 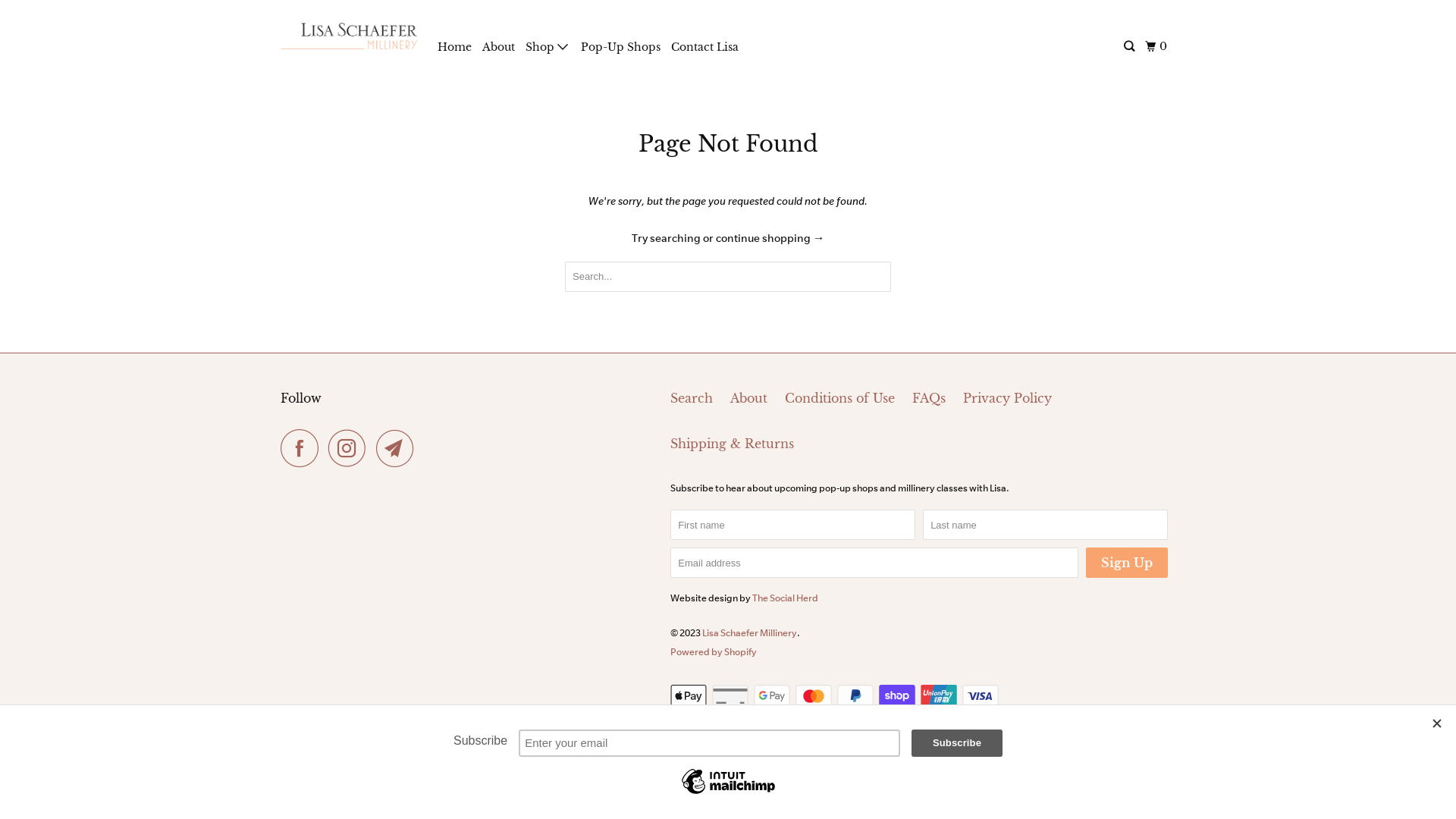 I want to click on 'Pop-Up Shops', so click(x=620, y=45).